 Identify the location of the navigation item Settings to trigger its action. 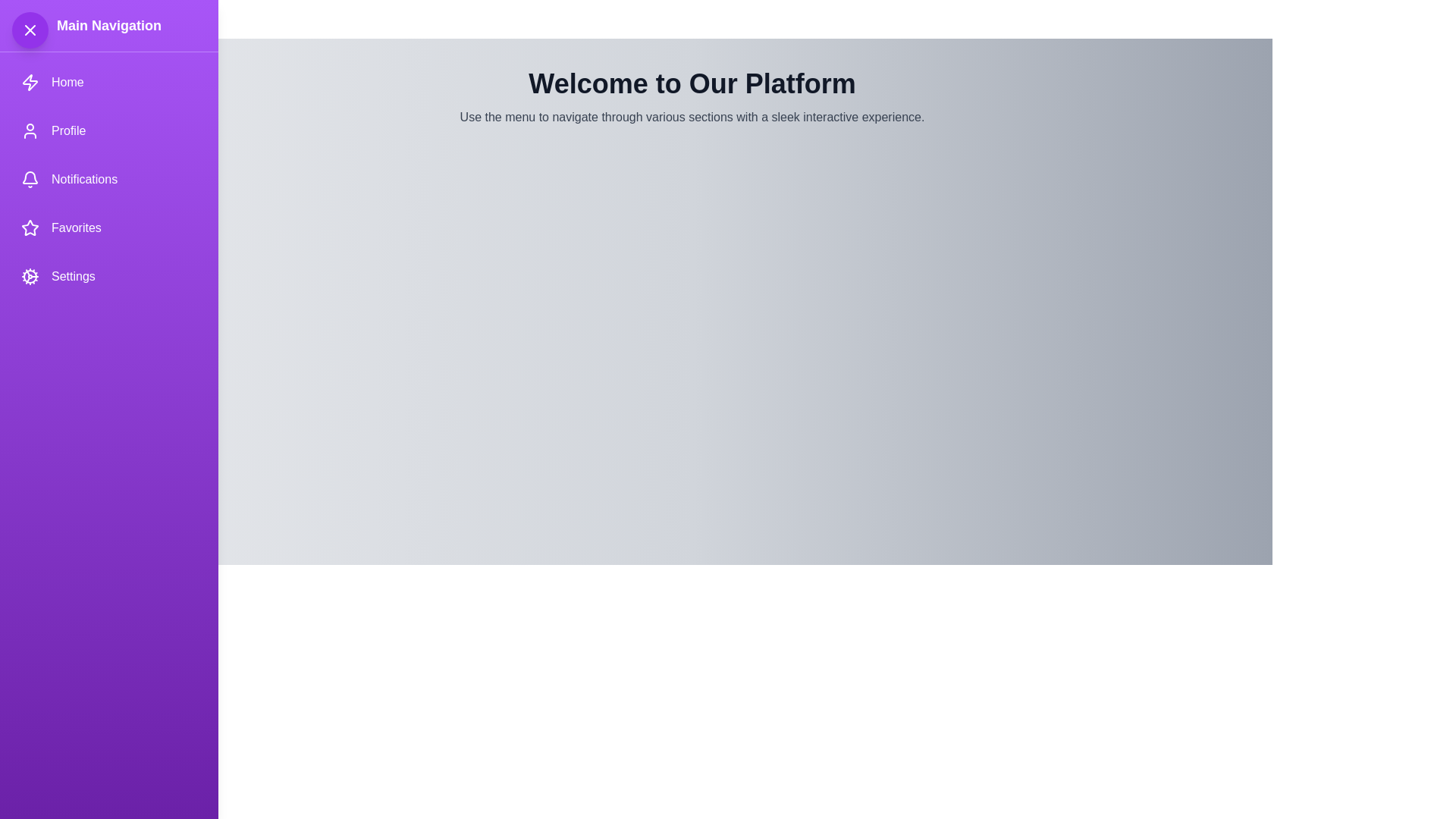
(108, 277).